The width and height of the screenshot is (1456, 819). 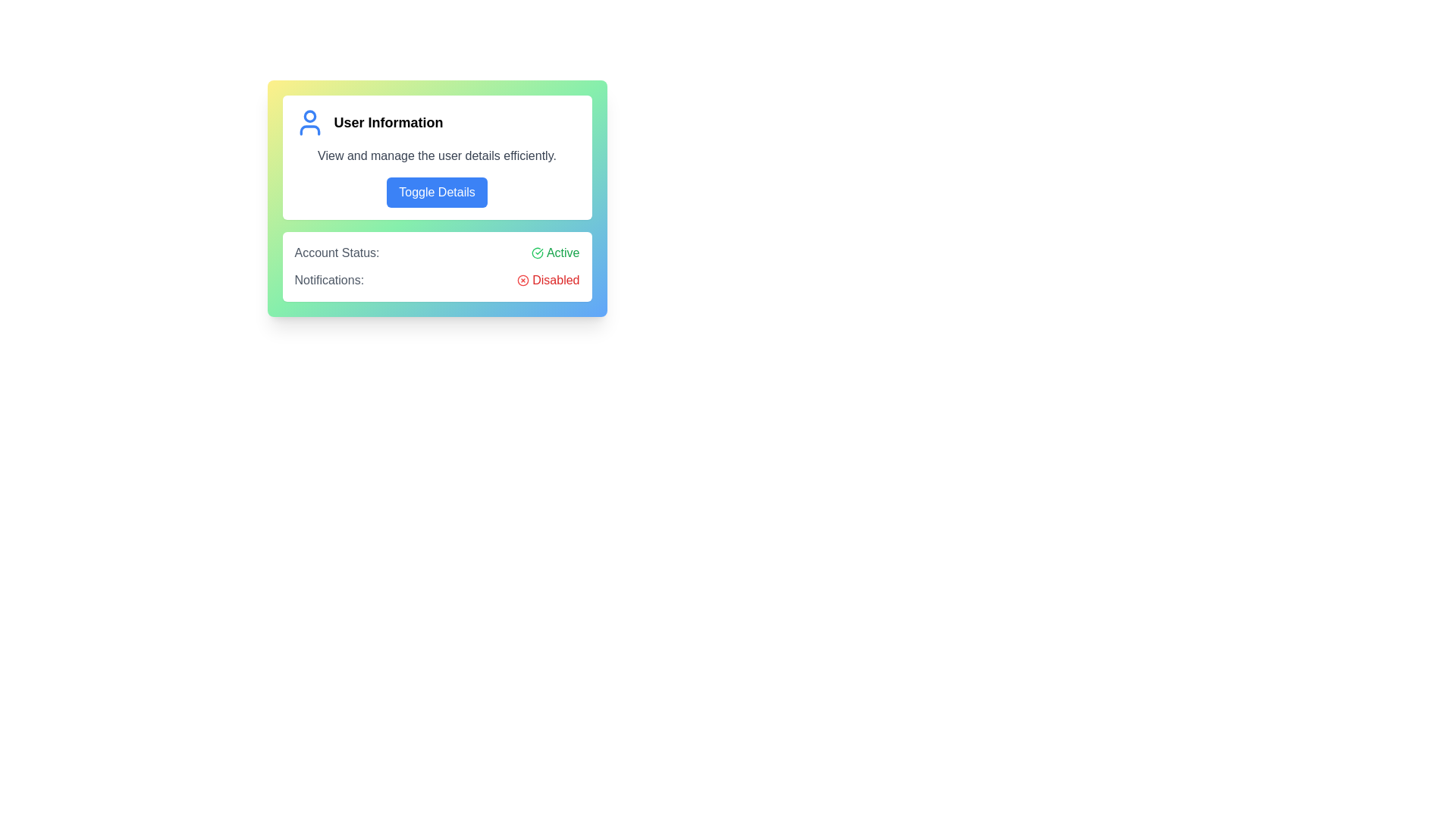 I want to click on the graphical circle indicator that represents the 'Disabled' notification state, located in the bottom-right quadrant of the main interface panel, so click(x=523, y=281).